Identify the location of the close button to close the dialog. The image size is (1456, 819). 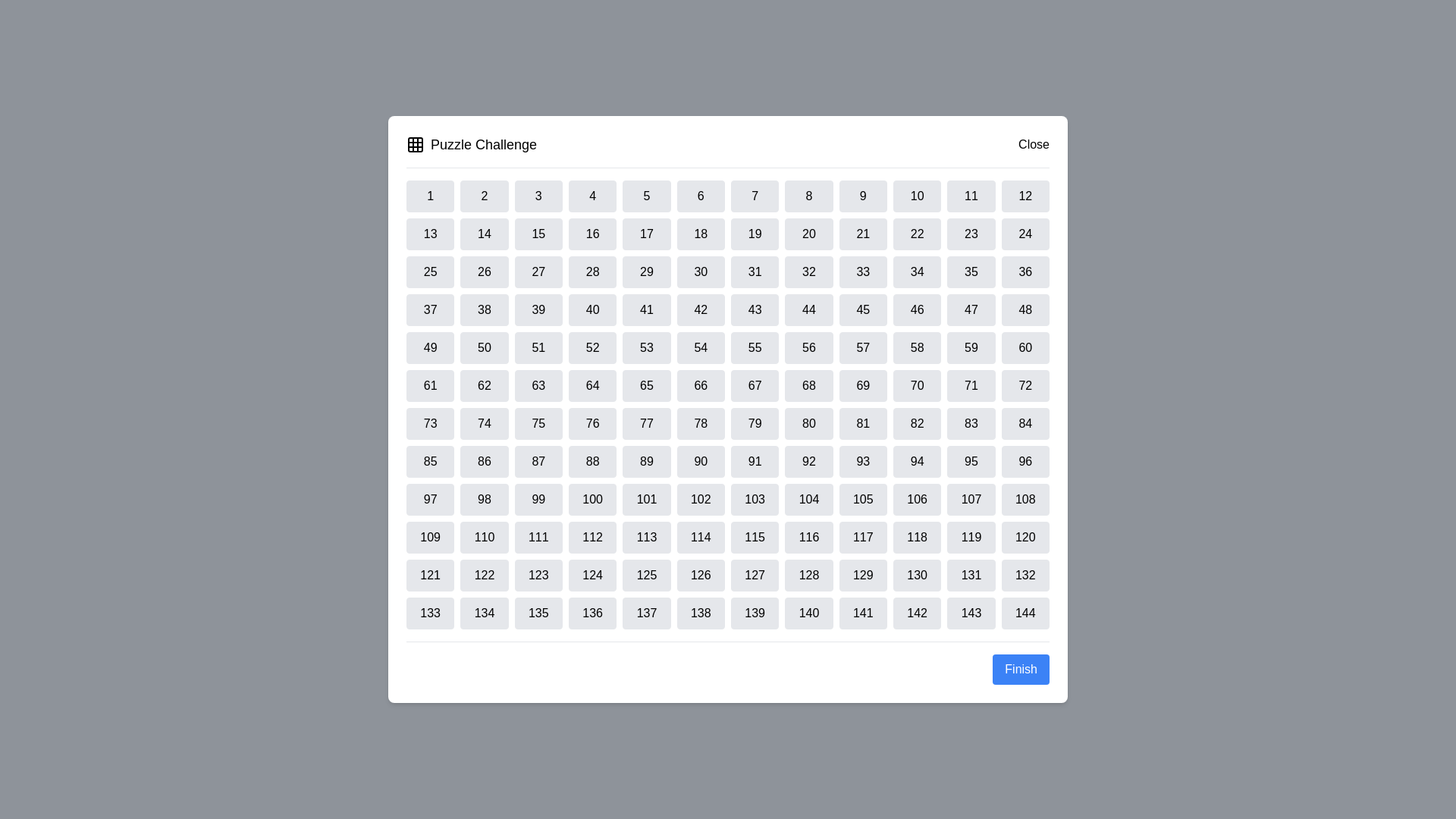
(1033, 145).